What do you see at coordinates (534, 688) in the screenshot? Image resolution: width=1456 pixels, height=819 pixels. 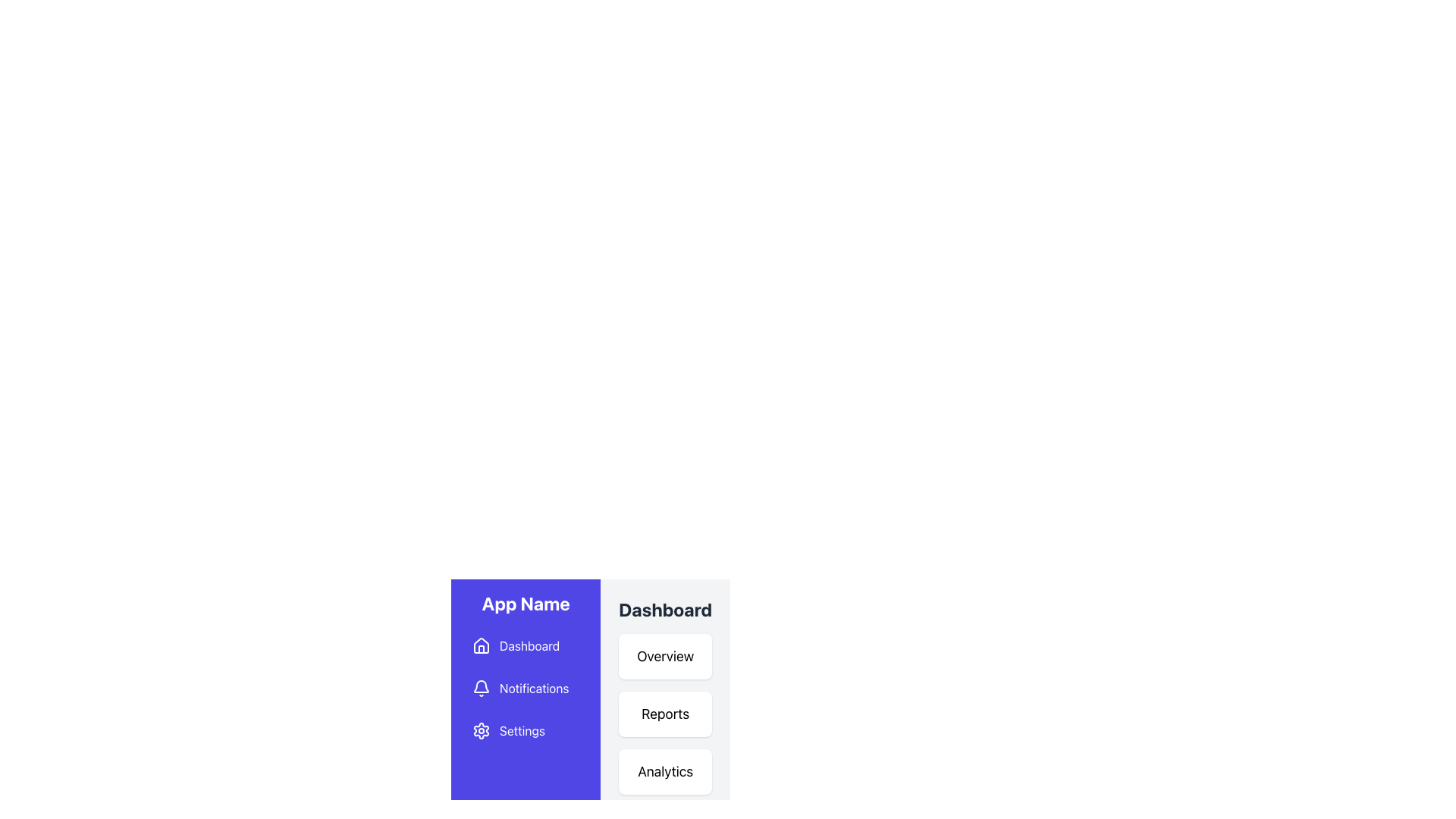 I see `'Notifications' text label located in the second row of the vertical navigation menu under the heading 'App Name', positioned to the right of the bell icon` at bounding box center [534, 688].